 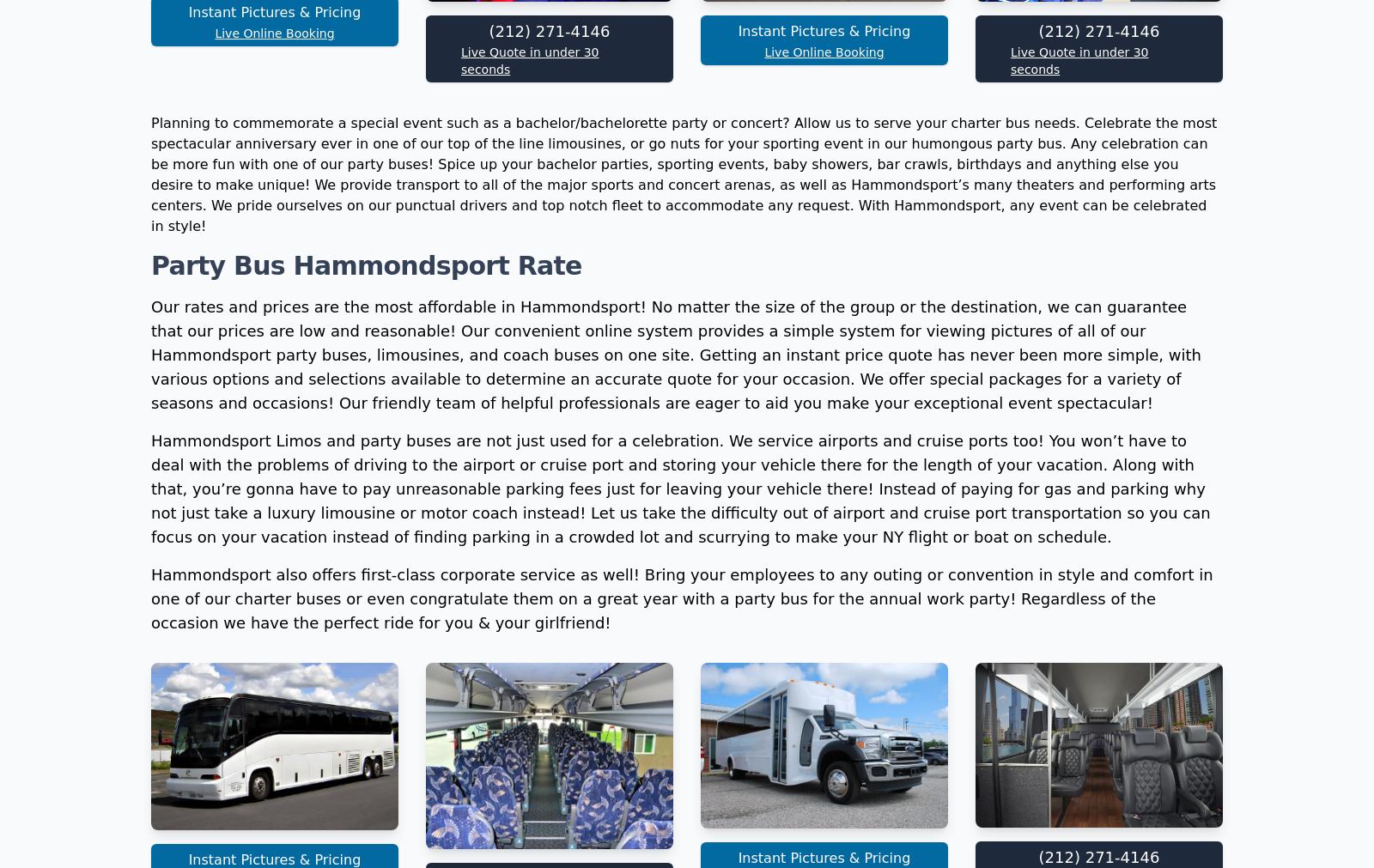 I want to click on 'Planning to commemorate a special event such as a bachelor/bachelorette party or concert? Allow us to serve your charter bus needs. Celebrate the most spectacular anniversary ever in one of our top of the line limousines, or go nuts for your sporting event in our humongous party bus. Any celebration can be more fun with one of our party buses! Spice up your bachelor parties, sporting events, baby showers, bar crawls, birthdays and anything else you desire to make unique! We provide transport to all of the major sports and concert arenas, as well as Hammondsport’s many theaters and performing arts centers. We pride ourselves on our punctual drivers and top notch fleet to accommodate any request. With Hammondsport, any event can be celebrated in style!', so click(x=684, y=403).